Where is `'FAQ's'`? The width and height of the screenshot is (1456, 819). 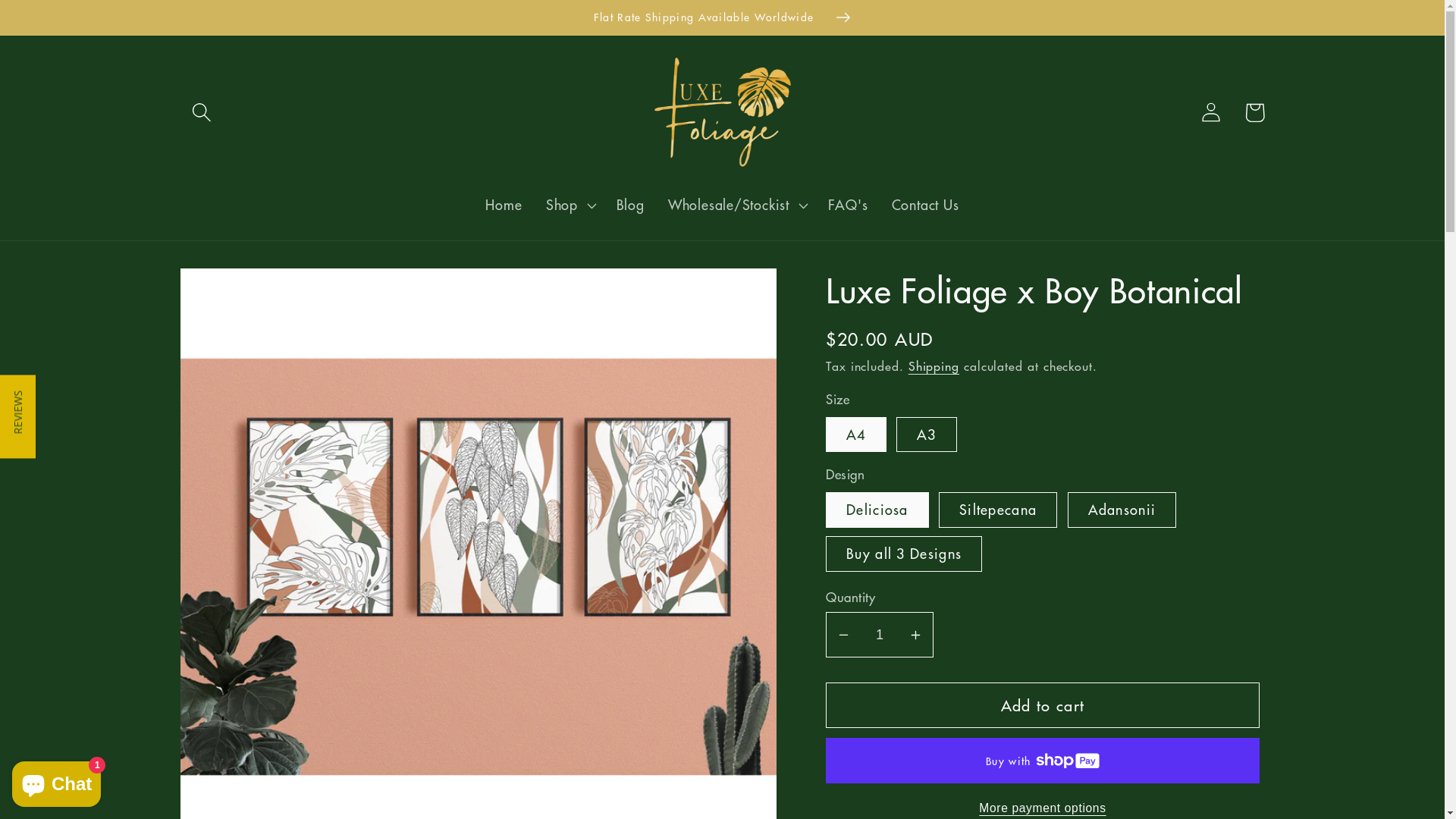
'FAQ's' is located at coordinates (847, 205).